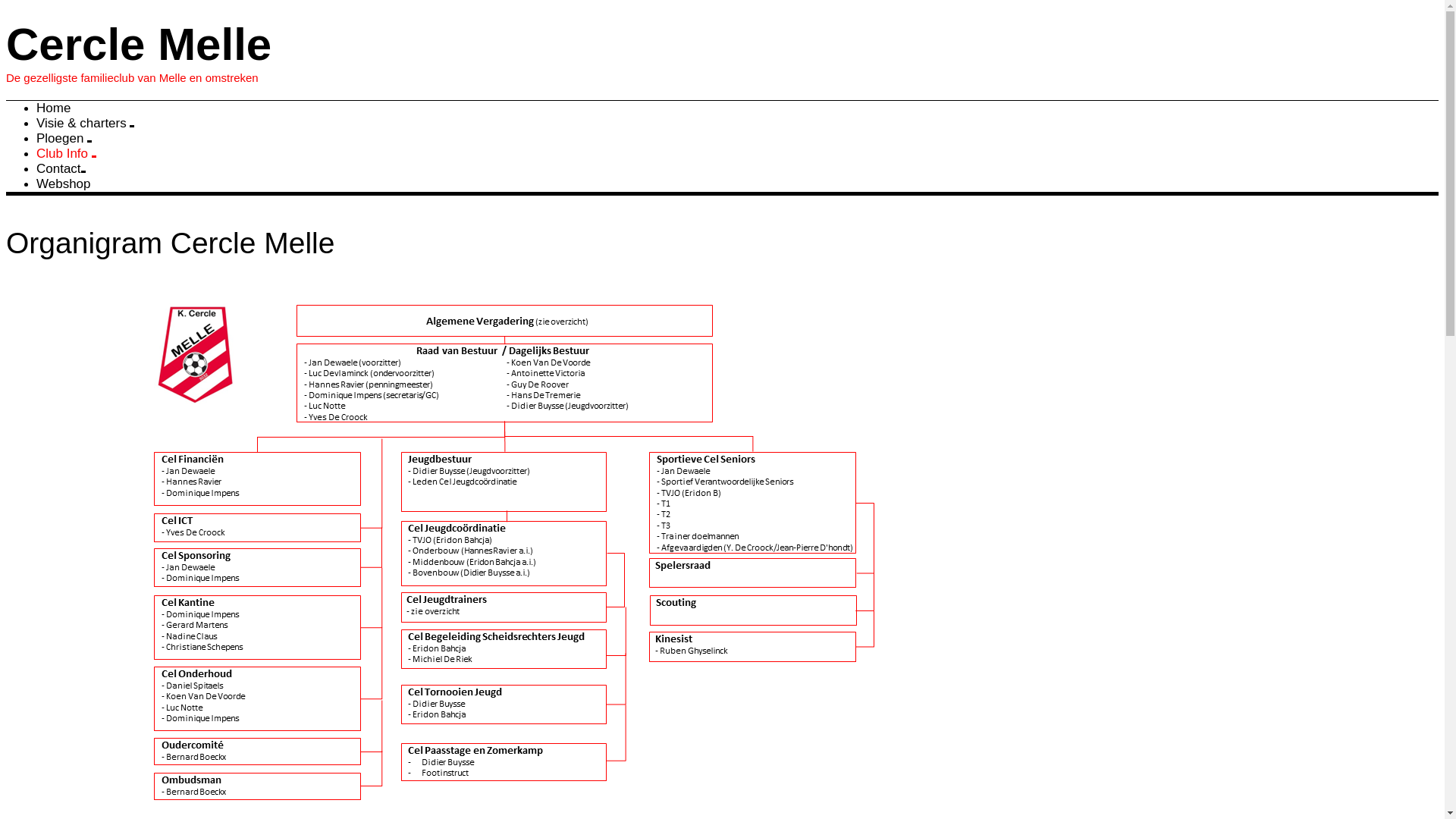 The width and height of the screenshot is (1456, 819). What do you see at coordinates (65, 153) in the screenshot?
I see `'Club Info'` at bounding box center [65, 153].